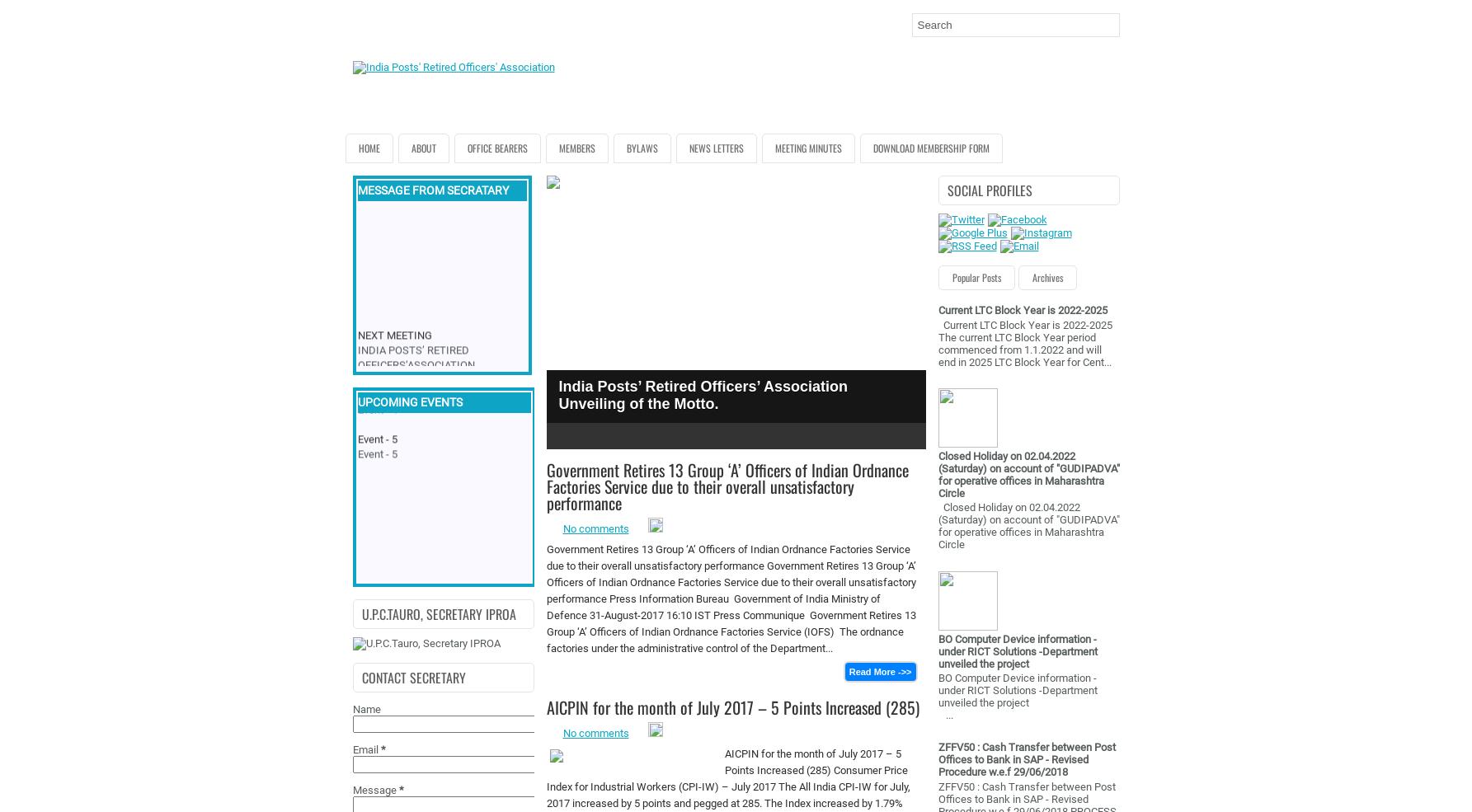 Image resolution: width=1472 pixels, height=812 pixels. Describe the element at coordinates (432, 189) in the screenshot. I see `'MESSAGE FROM SECRATARY'` at that location.